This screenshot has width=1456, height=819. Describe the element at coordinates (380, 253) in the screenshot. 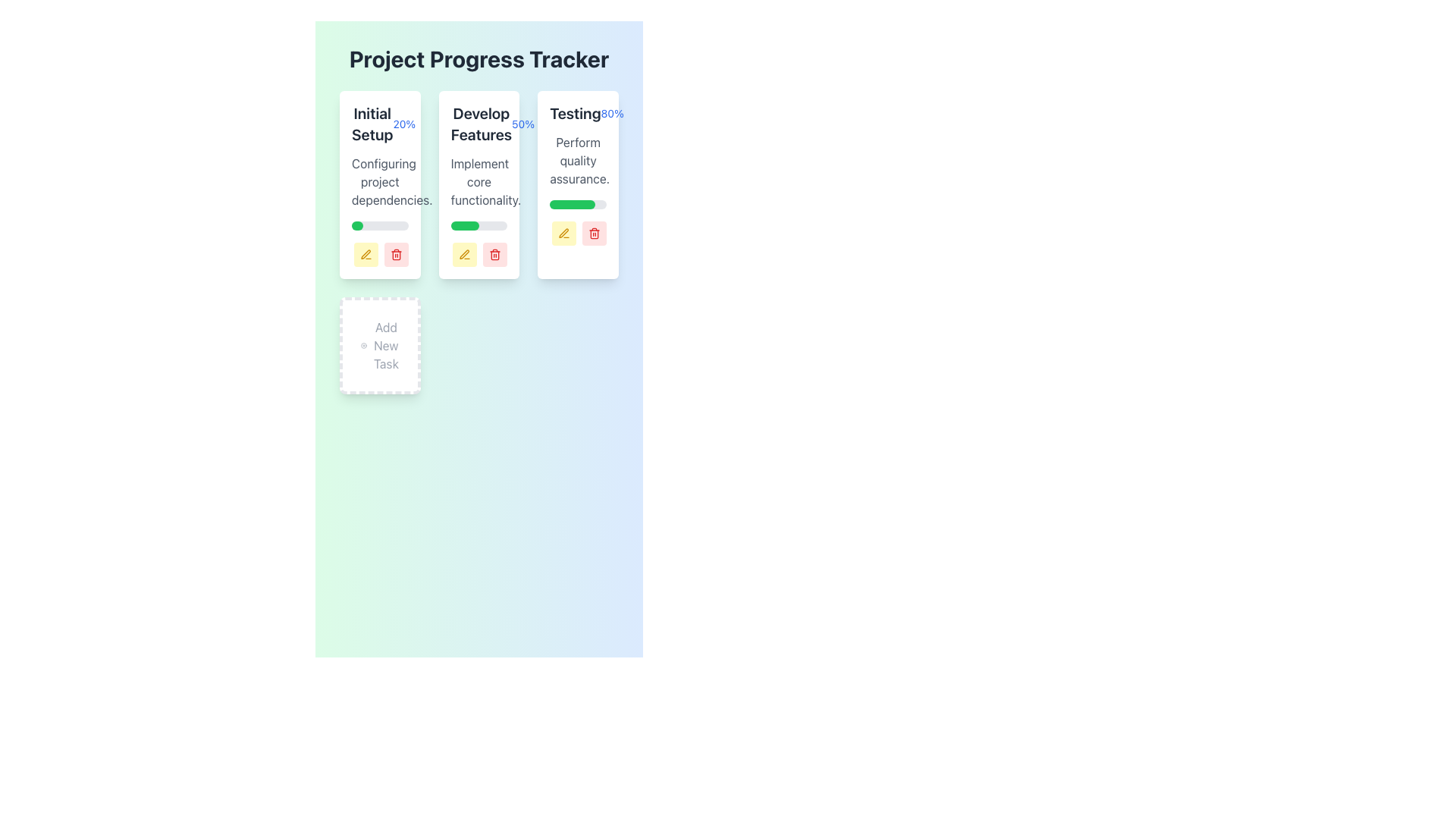

I see `the left button of the Button Group for editing a task, which is indicated by the pen icon, located at the bottom-right corner of the 'Initial Setup' card` at that location.